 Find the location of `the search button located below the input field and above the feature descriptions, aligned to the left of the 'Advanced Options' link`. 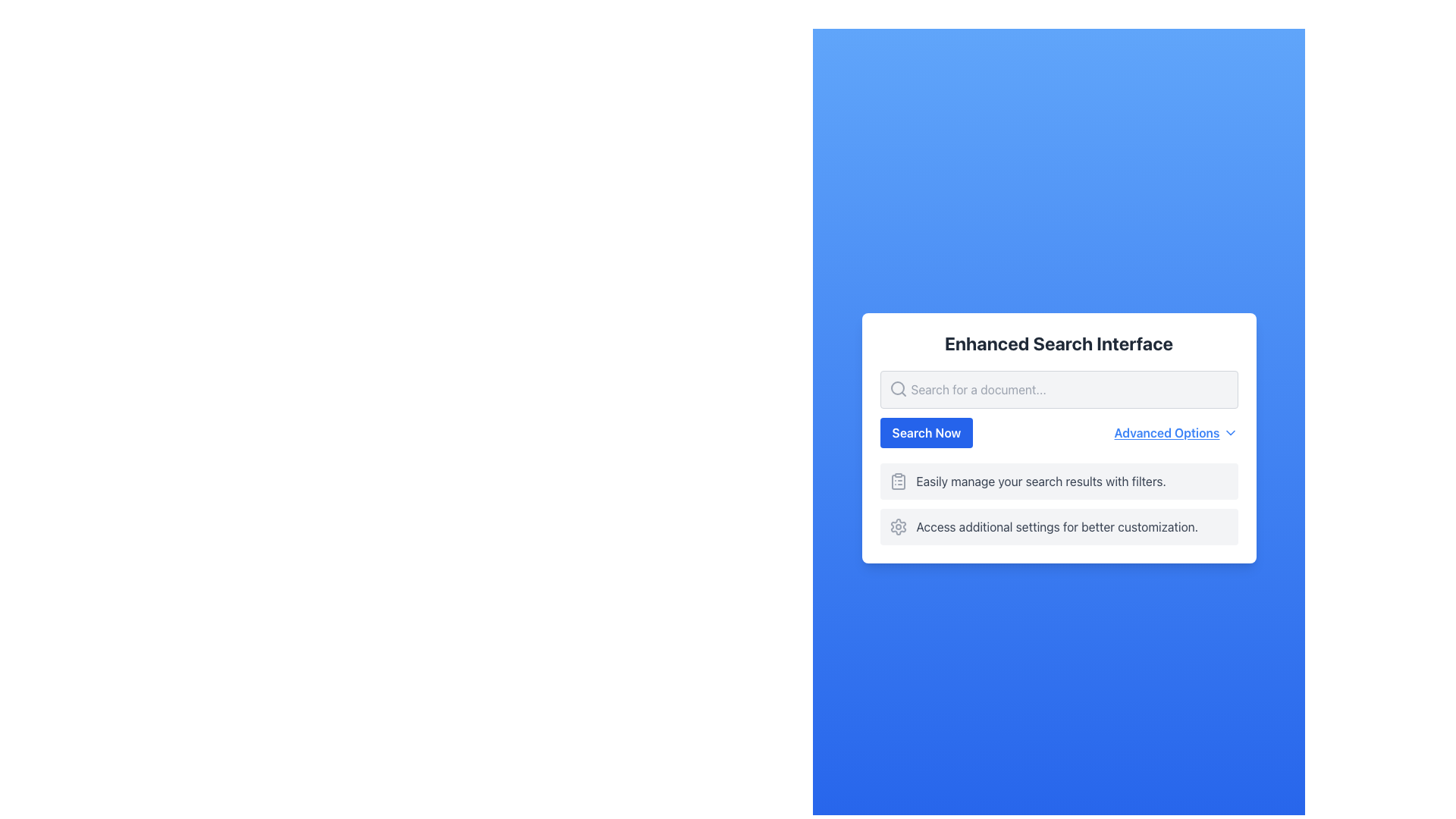

the search button located below the input field and above the feature descriptions, aligned to the left of the 'Advanced Options' link is located at coordinates (925, 432).